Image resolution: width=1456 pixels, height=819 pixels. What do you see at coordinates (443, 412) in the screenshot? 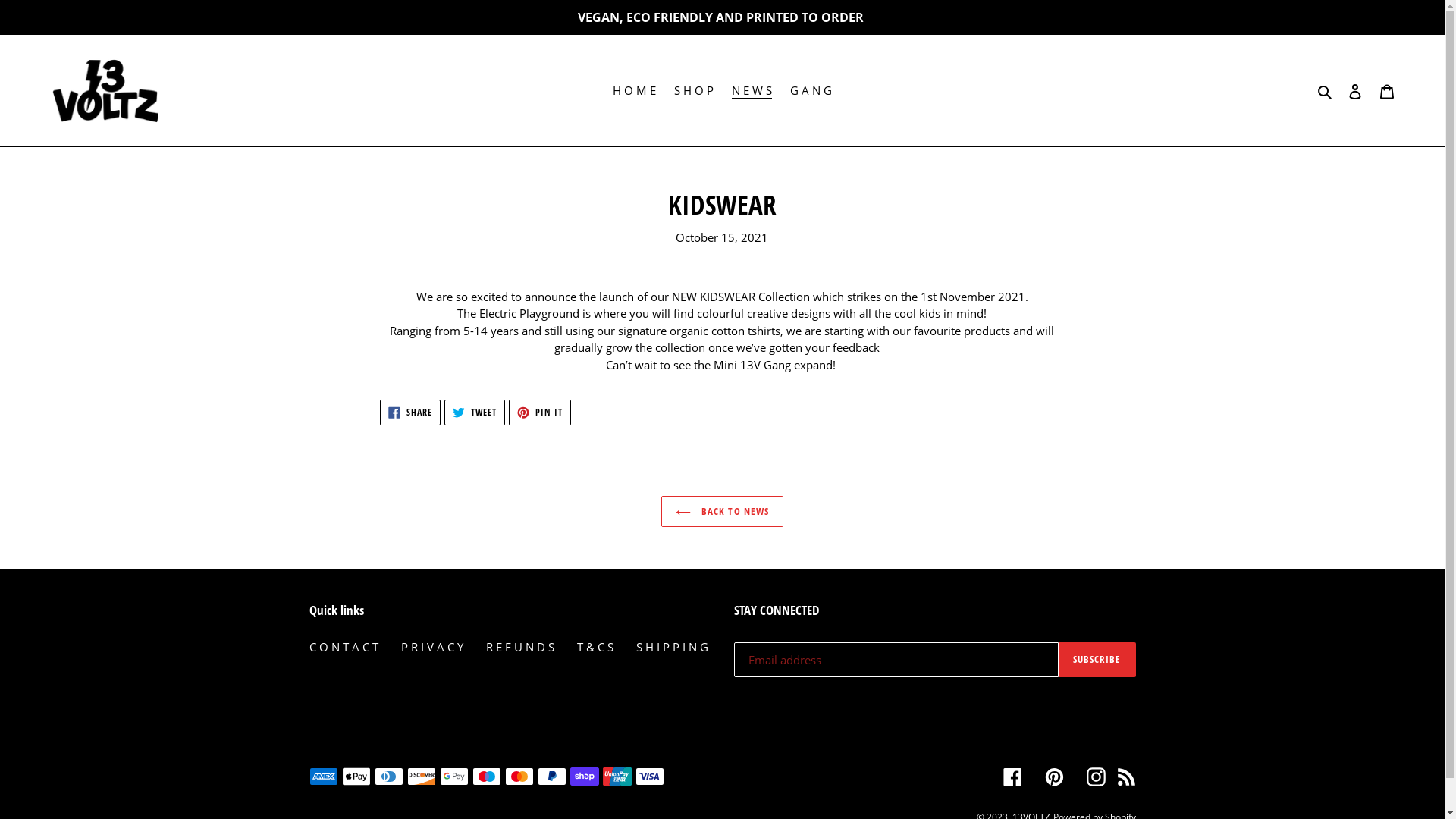
I see `'TWEET` at bounding box center [443, 412].